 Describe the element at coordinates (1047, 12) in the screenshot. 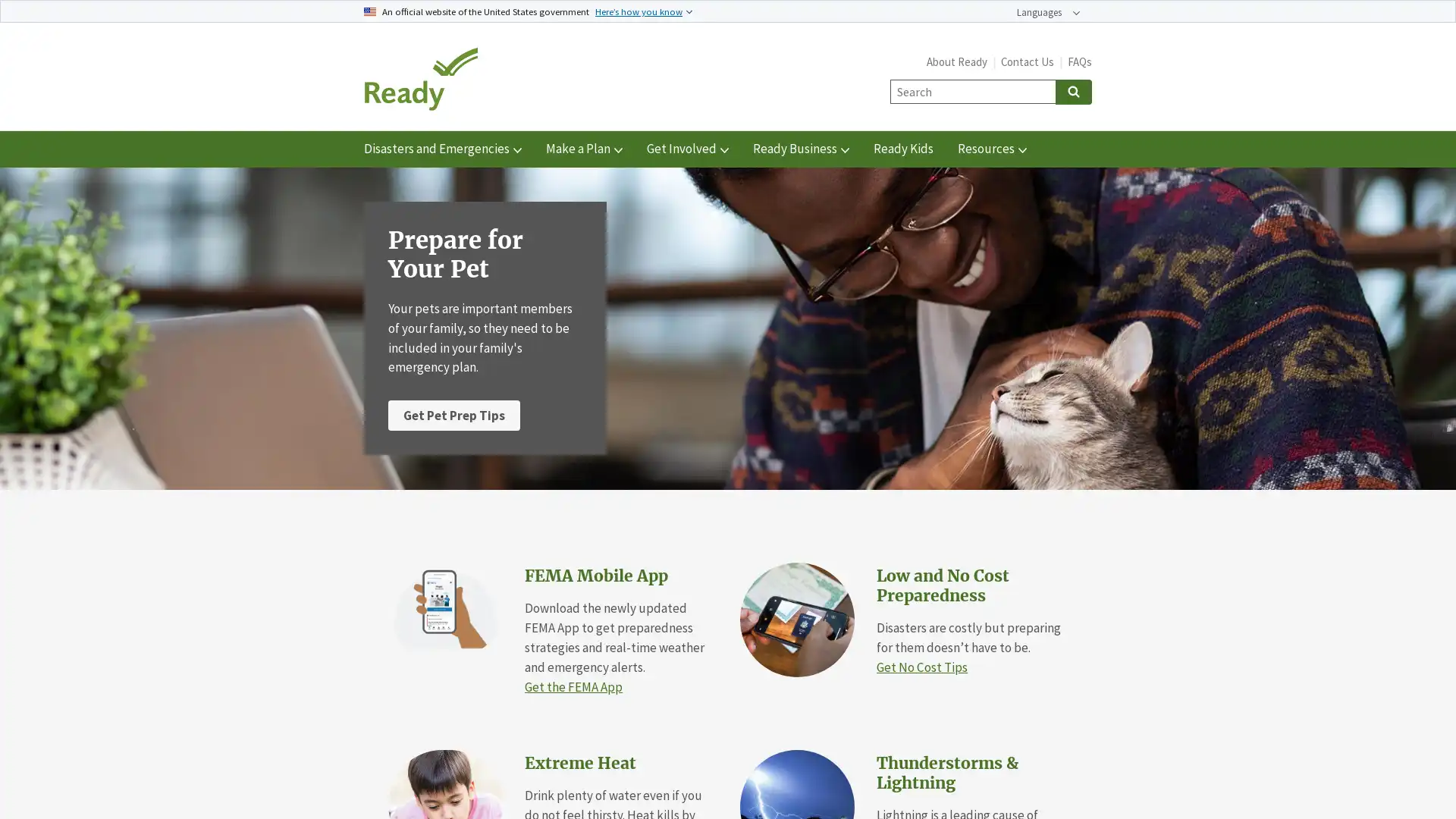

I see `Languages` at that location.